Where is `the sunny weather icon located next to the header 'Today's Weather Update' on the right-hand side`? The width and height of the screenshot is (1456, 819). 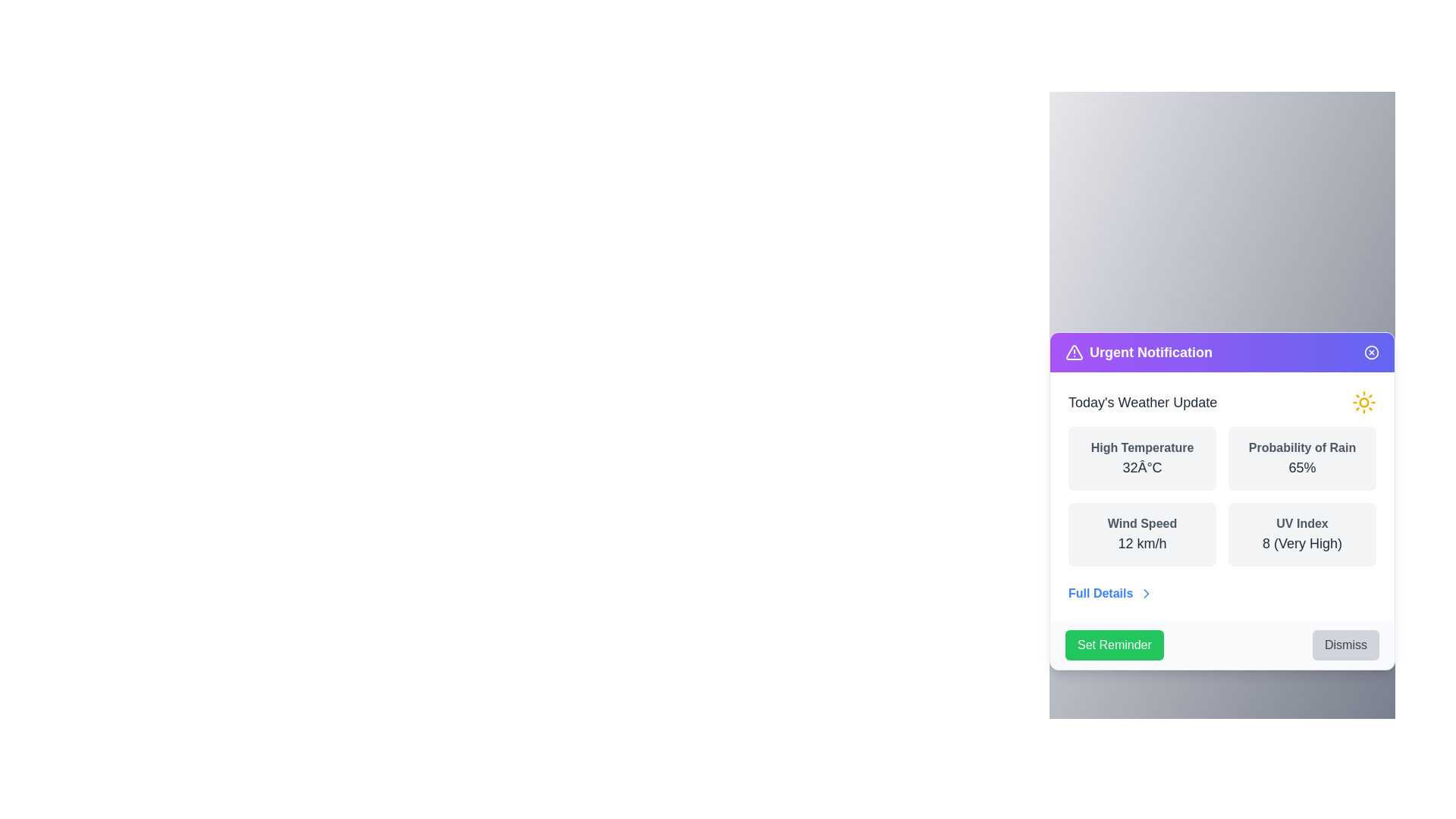 the sunny weather icon located next to the header 'Today's Weather Update' on the right-hand side is located at coordinates (1364, 402).